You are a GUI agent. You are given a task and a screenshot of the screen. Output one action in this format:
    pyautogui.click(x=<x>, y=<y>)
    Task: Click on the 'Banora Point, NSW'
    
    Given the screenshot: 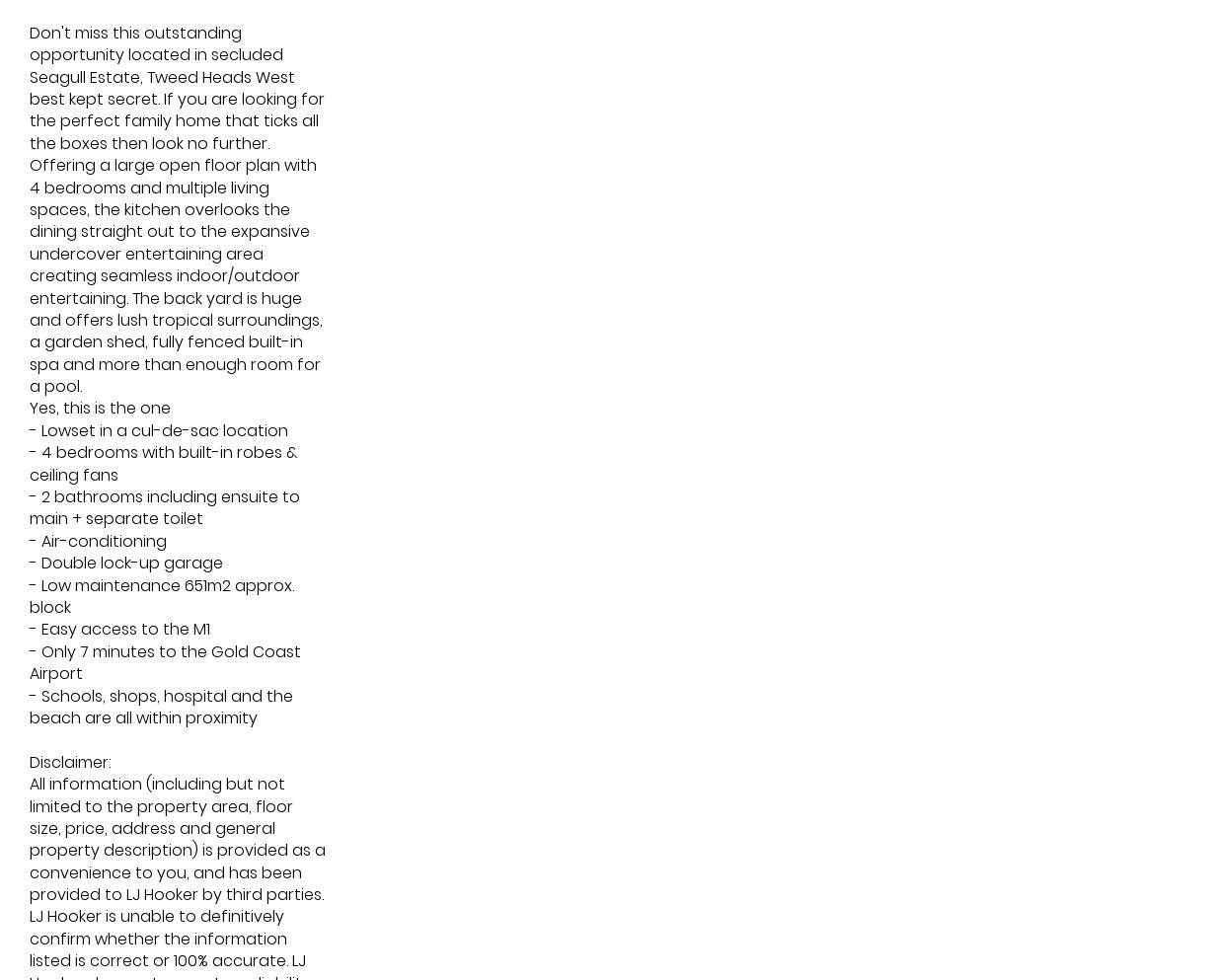 What is the action you would take?
    pyautogui.click(x=704, y=469)
    